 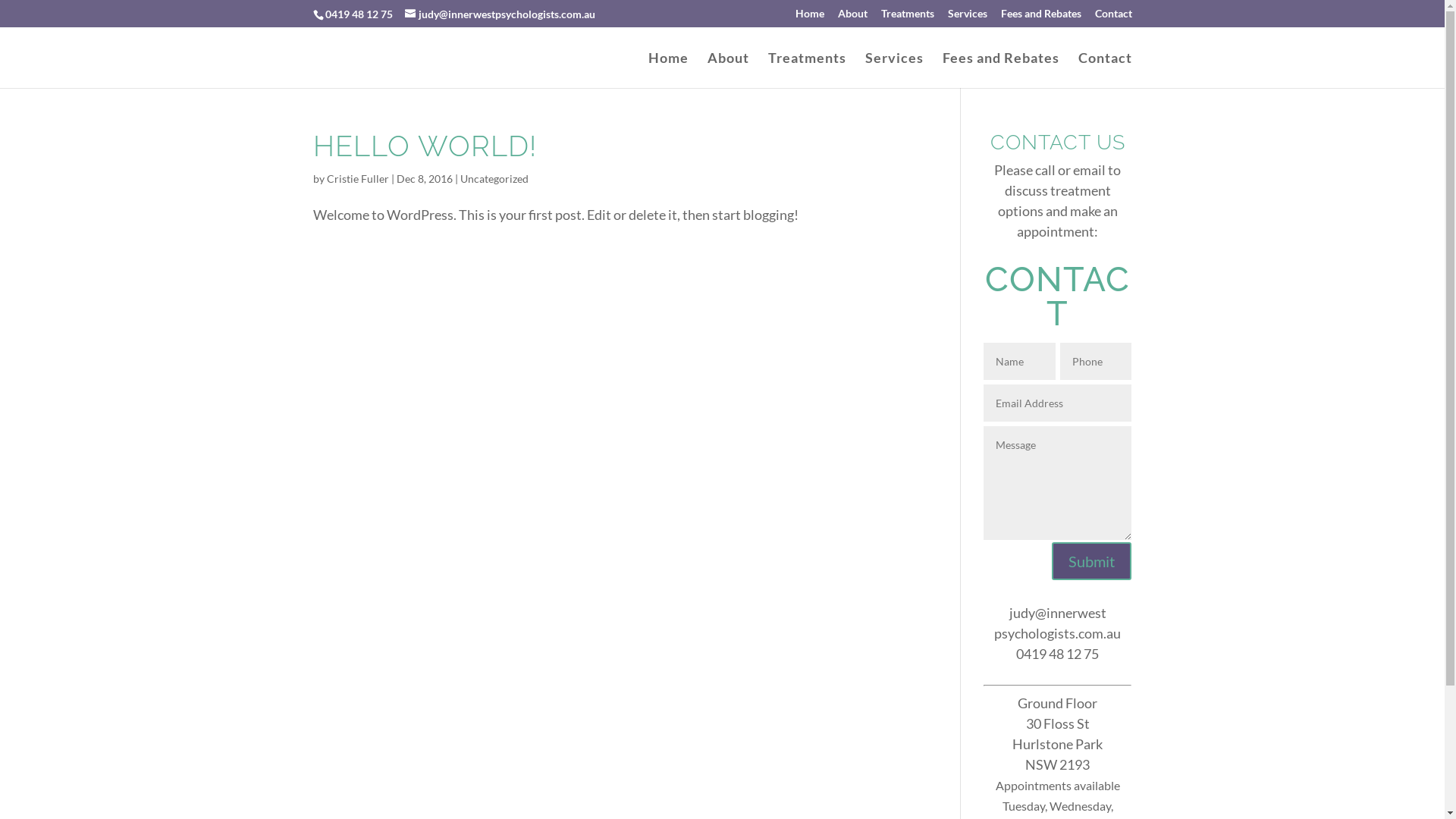 What do you see at coordinates (967, 17) in the screenshot?
I see `'Services'` at bounding box center [967, 17].